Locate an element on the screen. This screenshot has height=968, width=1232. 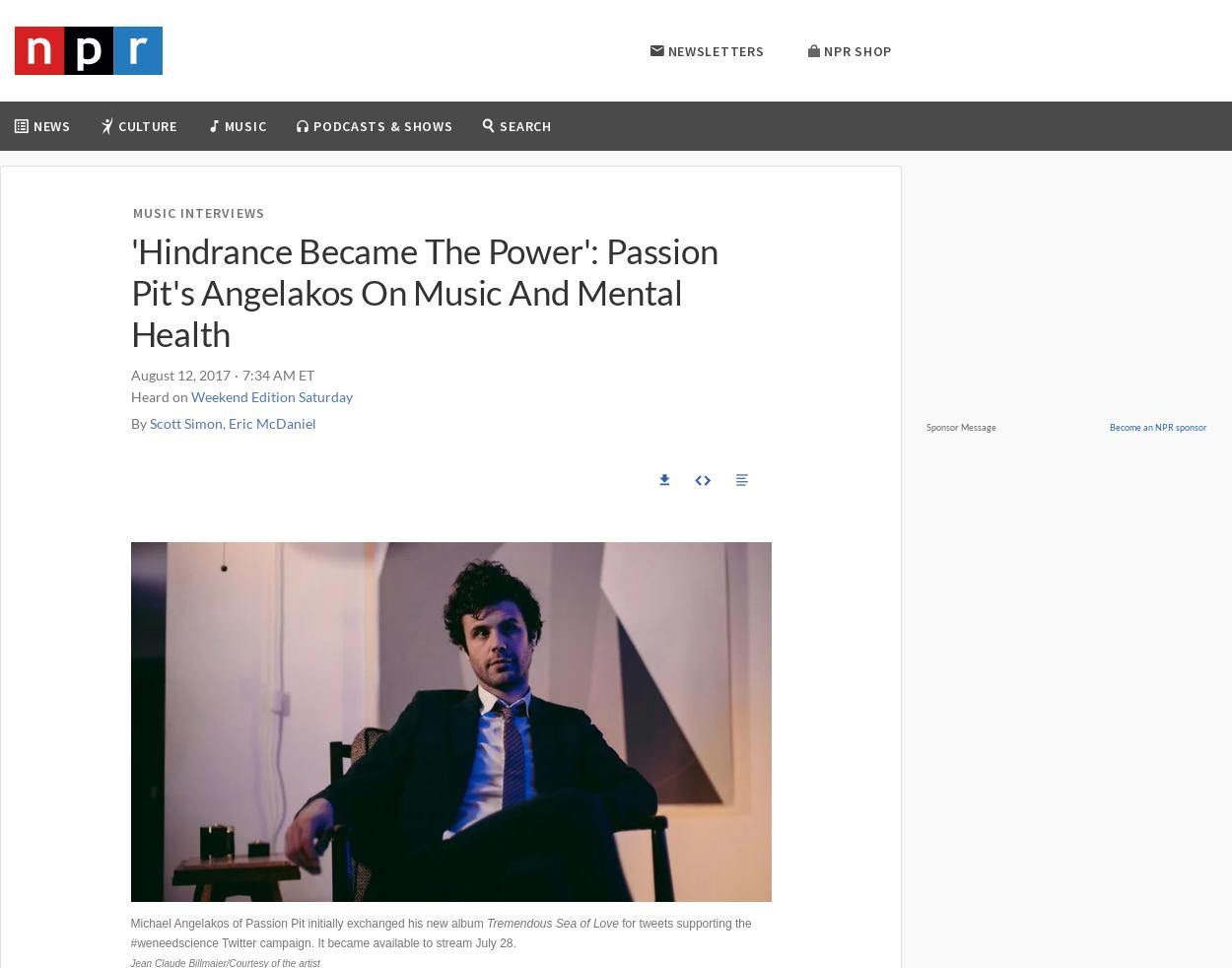
'All Songs Considered' is located at coordinates (233, 234).